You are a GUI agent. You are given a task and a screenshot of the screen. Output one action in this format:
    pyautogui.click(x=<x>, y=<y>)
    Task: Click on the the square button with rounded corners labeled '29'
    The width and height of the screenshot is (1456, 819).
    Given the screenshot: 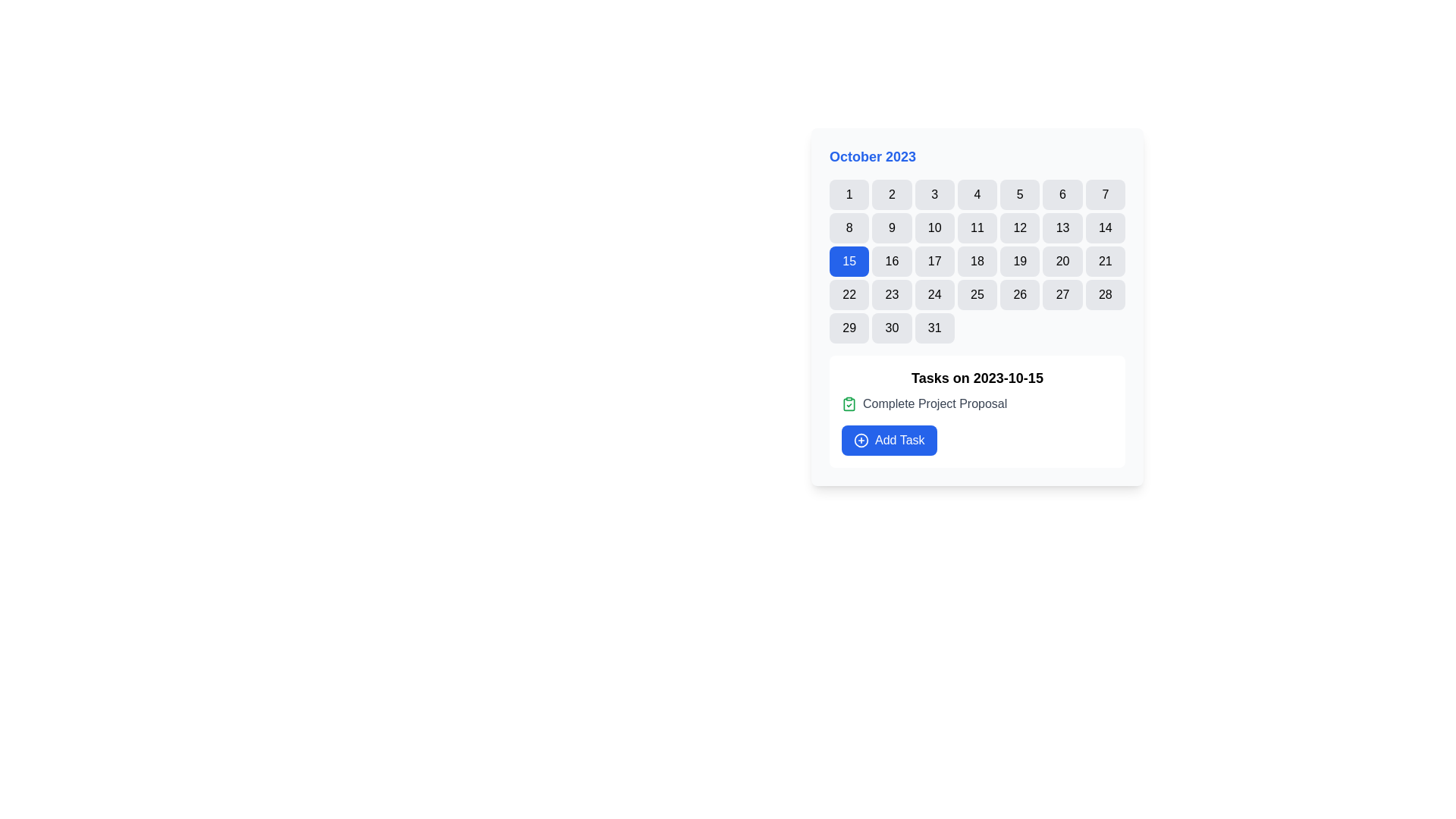 What is the action you would take?
    pyautogui.click(x=848, y=327)
    